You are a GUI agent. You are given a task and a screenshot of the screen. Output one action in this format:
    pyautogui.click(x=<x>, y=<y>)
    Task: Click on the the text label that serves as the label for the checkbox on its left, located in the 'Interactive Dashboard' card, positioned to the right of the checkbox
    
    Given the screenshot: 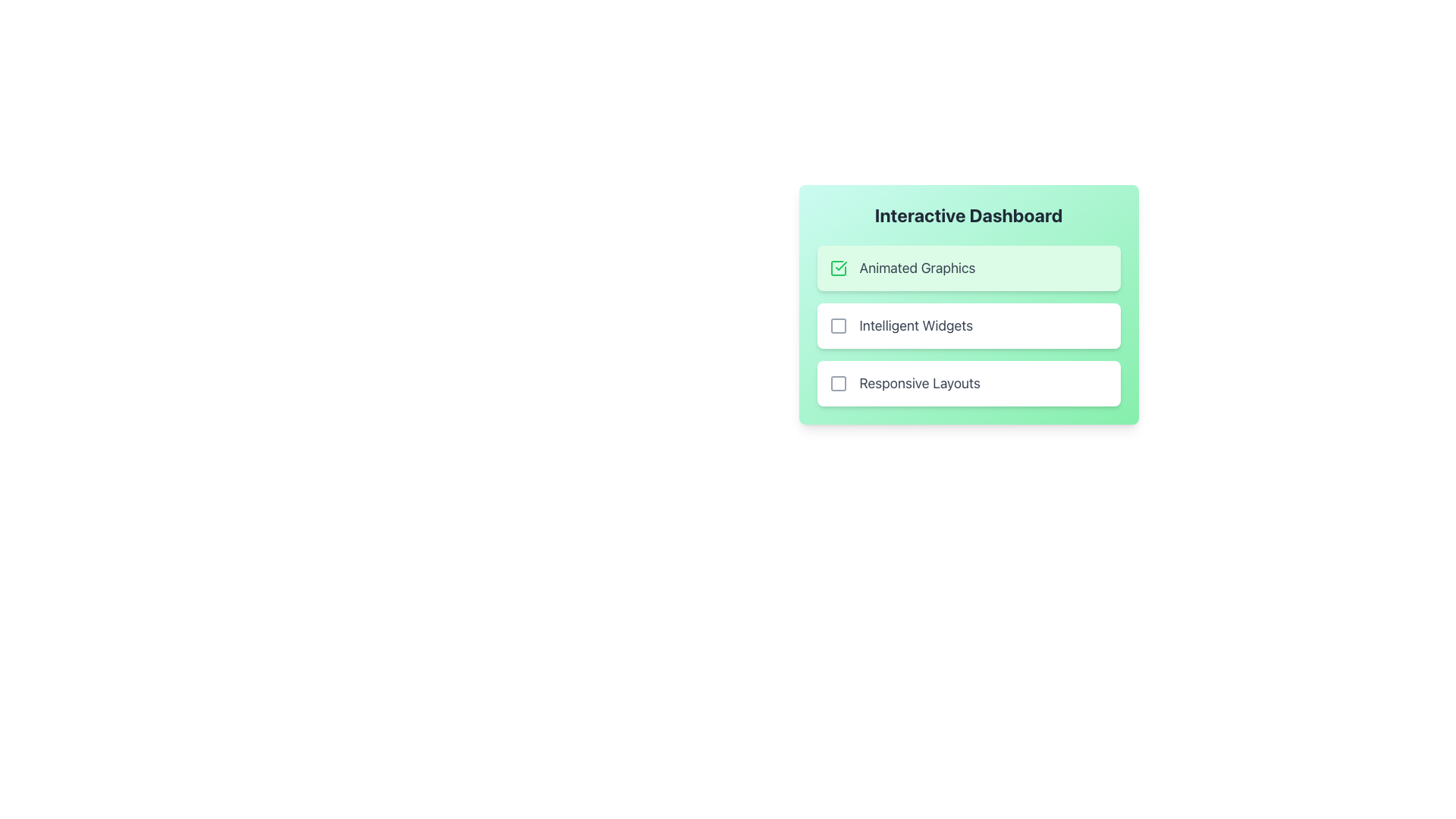 What is the action you would take?
    pyautogui.click(x=919, y=382)
    